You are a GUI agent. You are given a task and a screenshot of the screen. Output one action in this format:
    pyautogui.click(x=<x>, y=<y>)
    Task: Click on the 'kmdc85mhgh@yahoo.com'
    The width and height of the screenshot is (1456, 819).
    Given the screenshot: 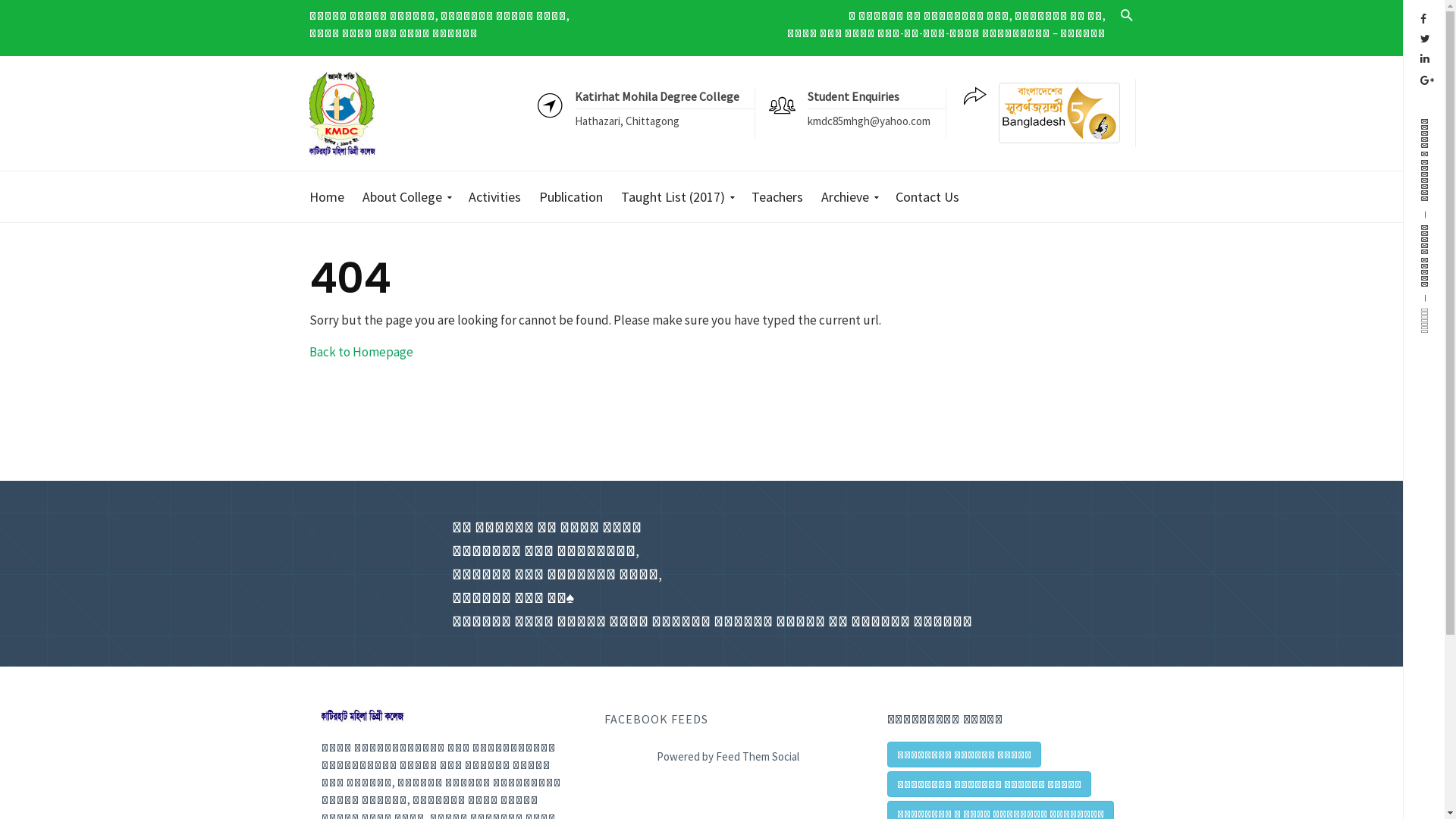 What is the action you would take?
    pyautogui.click(x=806, y=121)
    